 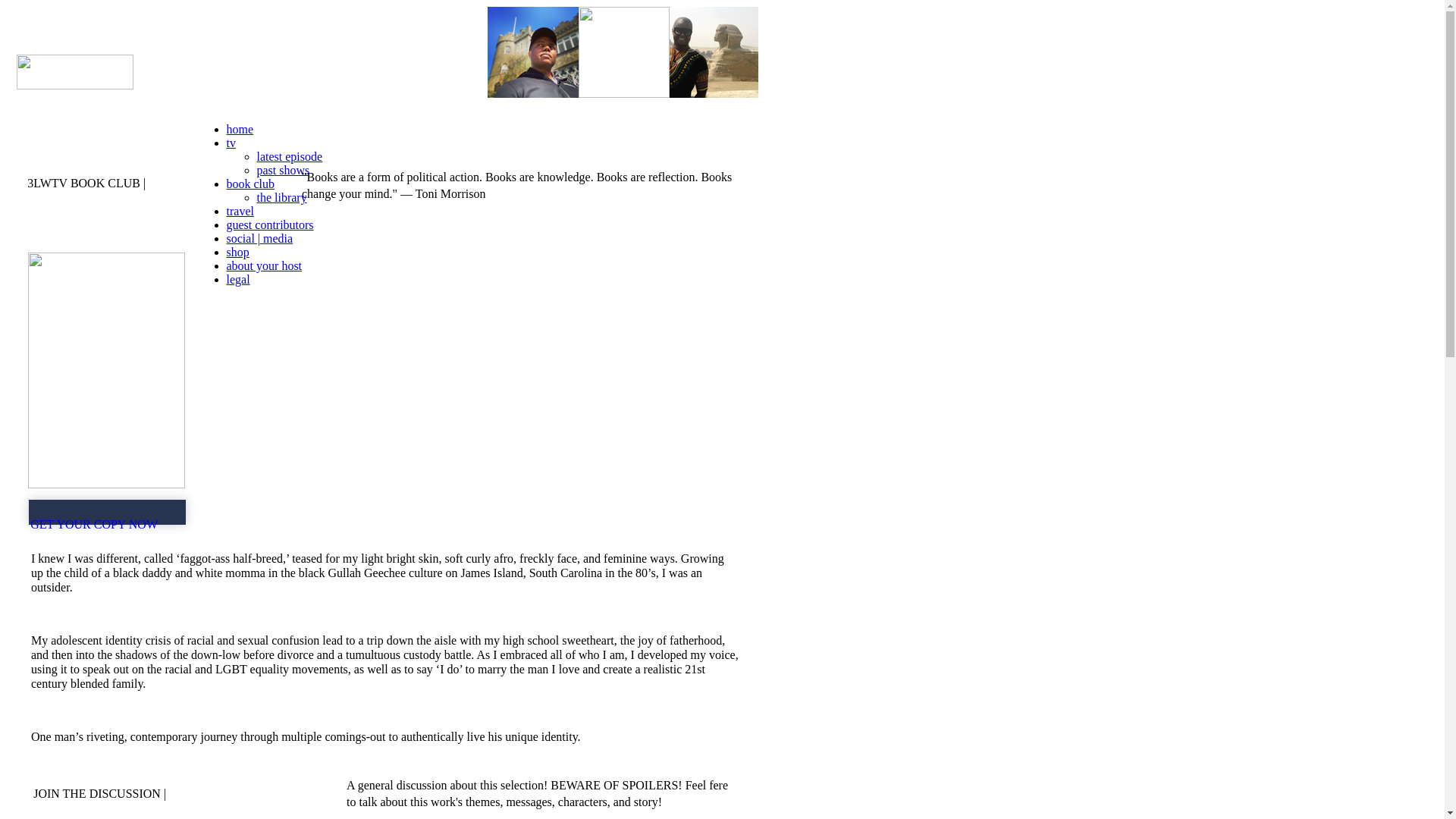 What do you see at coordinates (259, 238) in the screenshot?
I see `'social | media'` at bounding box center [259, 238].